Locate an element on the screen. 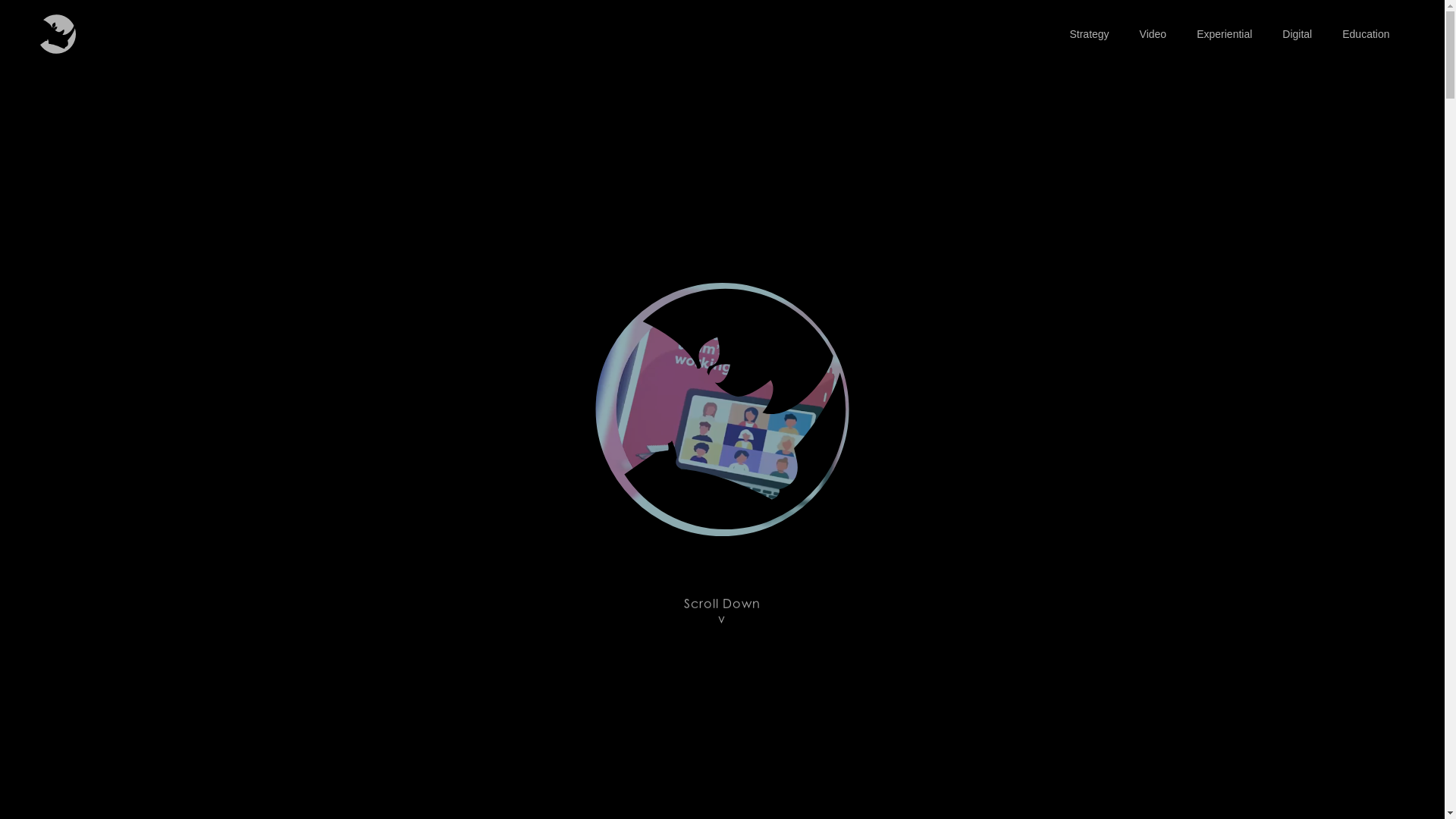 The width and height of the screenshot is (1456, 819). 'Digital' is located at coordinates (1296, 34).